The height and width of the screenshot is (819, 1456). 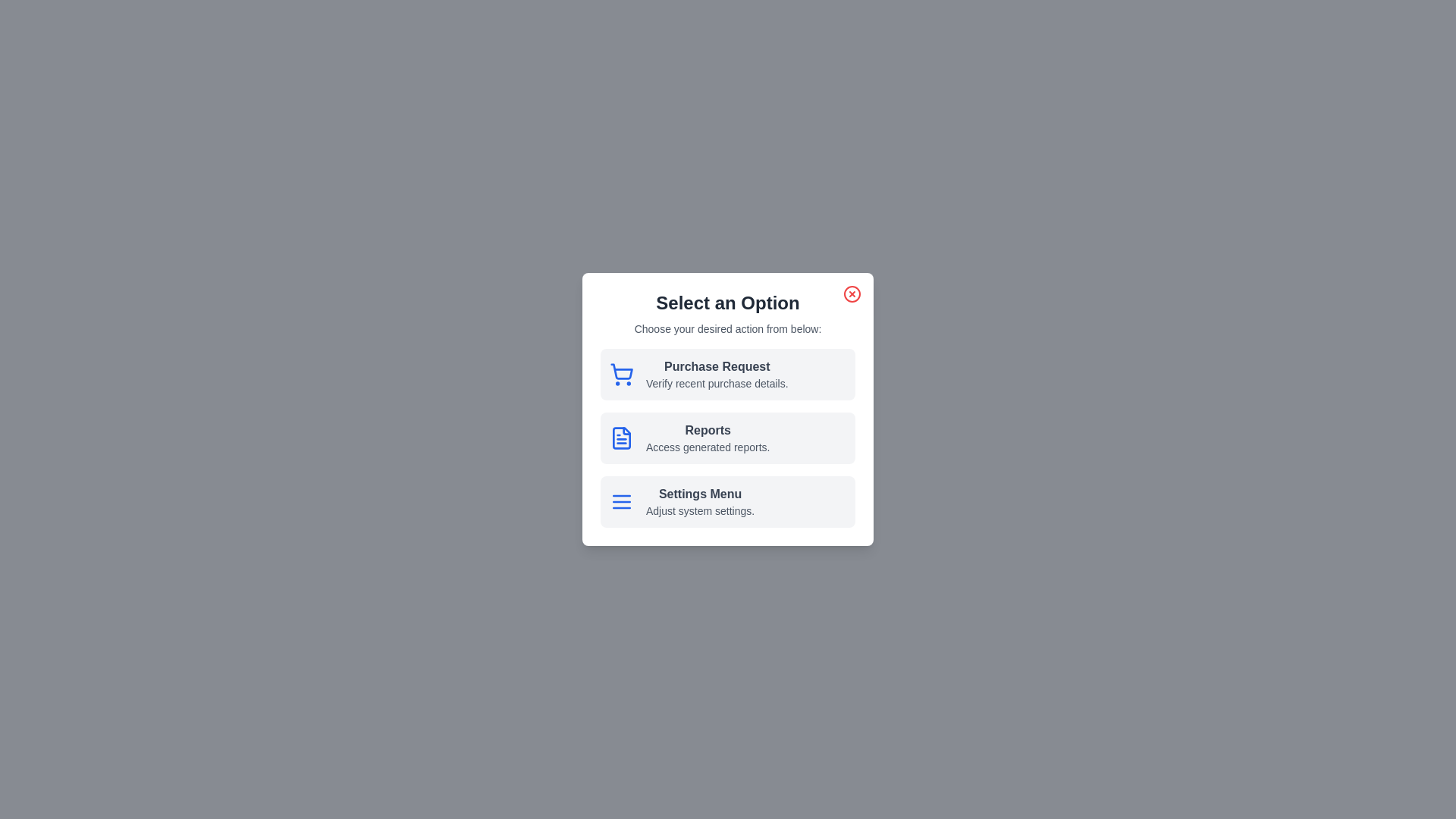 I want to click on the option Reports to reveal additional styles or information, so click(x=728, y=438).